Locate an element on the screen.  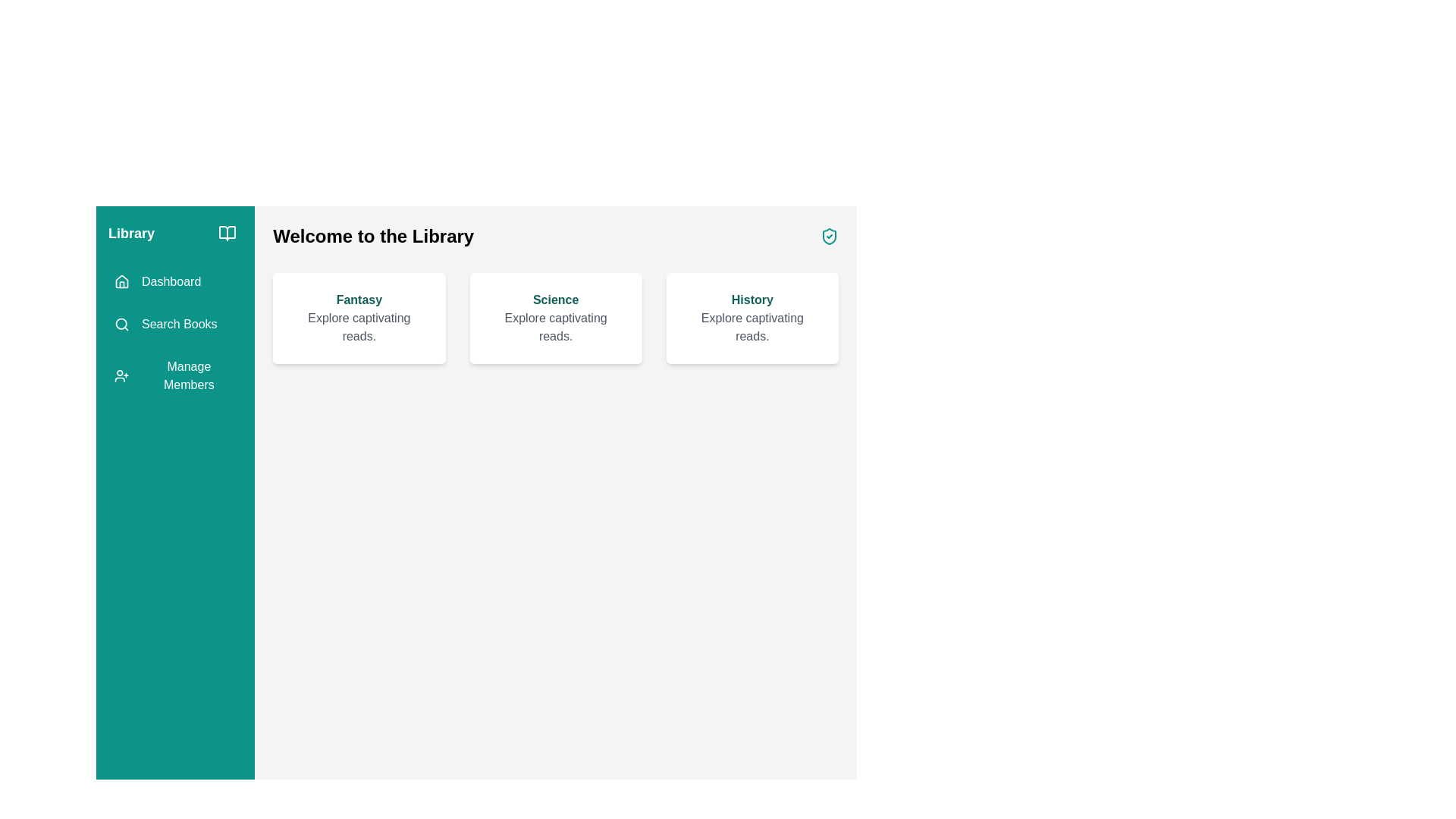
the navigation button that redirects users to the dashboard view of the application is located at coordinates (158, 281).